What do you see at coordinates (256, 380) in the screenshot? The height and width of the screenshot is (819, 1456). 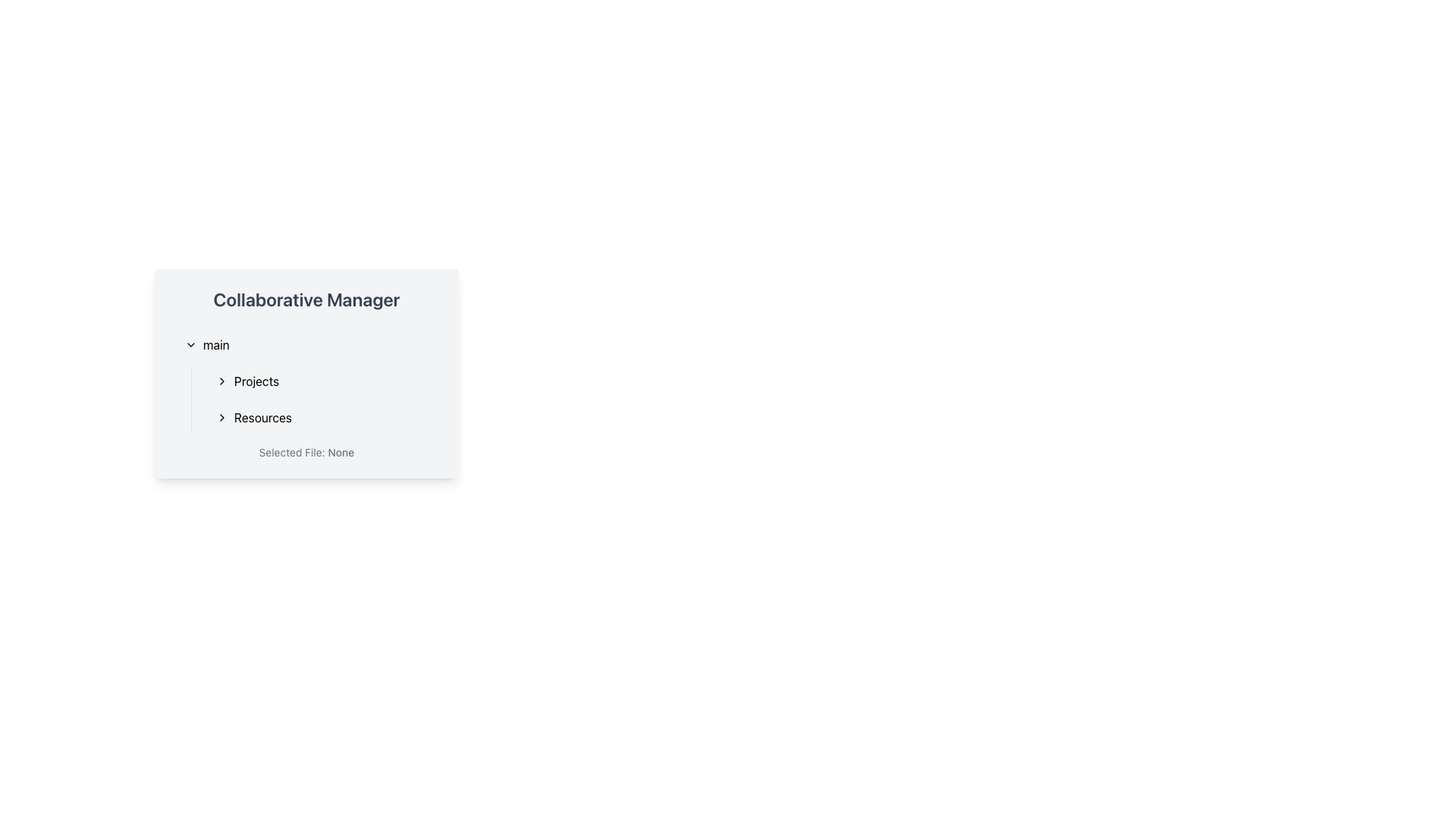 I see `the text label indicating the section or category named 'Projects' located in the vertical sidebar` at bounding box center [256, 380].